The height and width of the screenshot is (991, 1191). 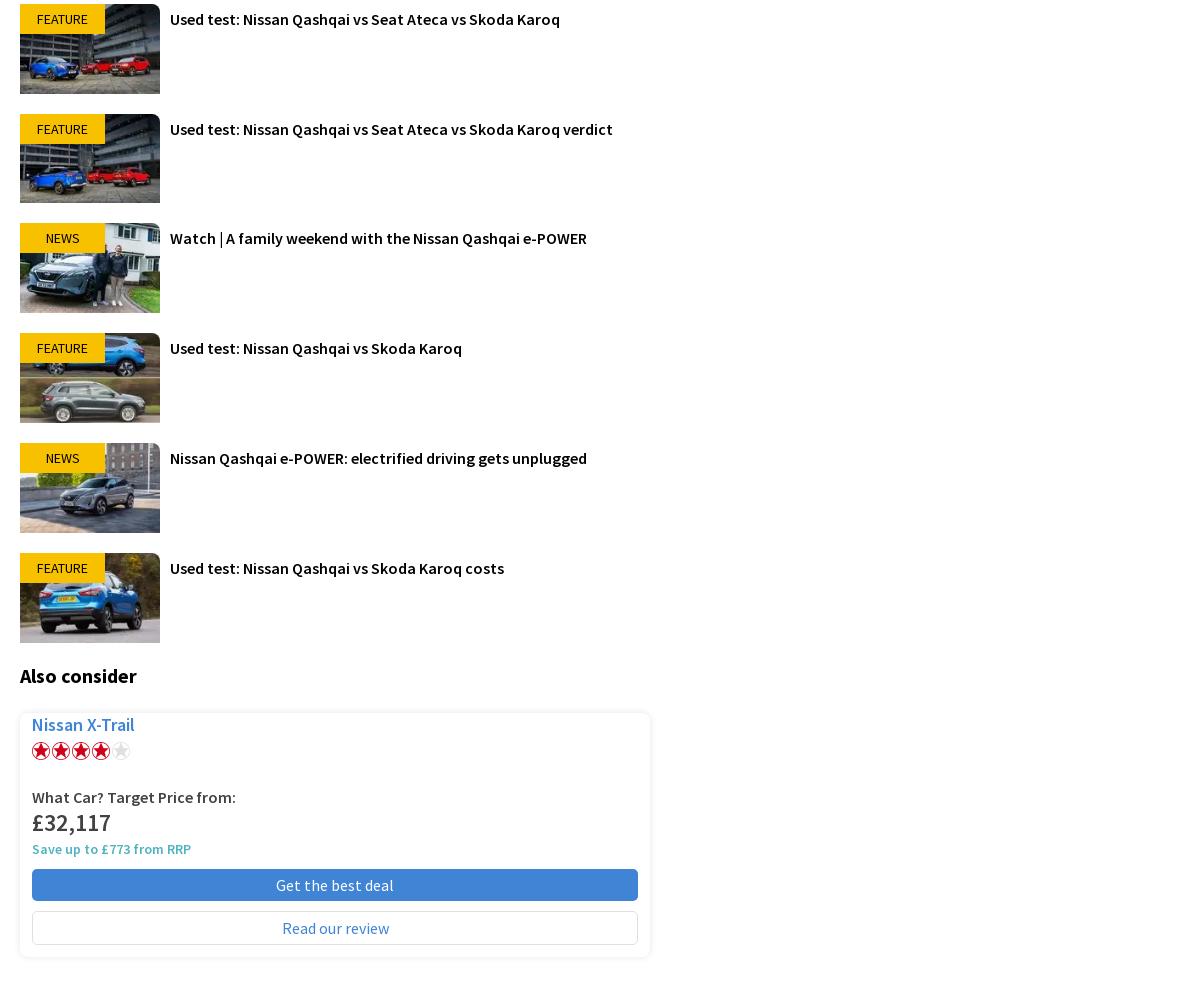 I want to click on 'Read our review', so click(x=333, y=926).